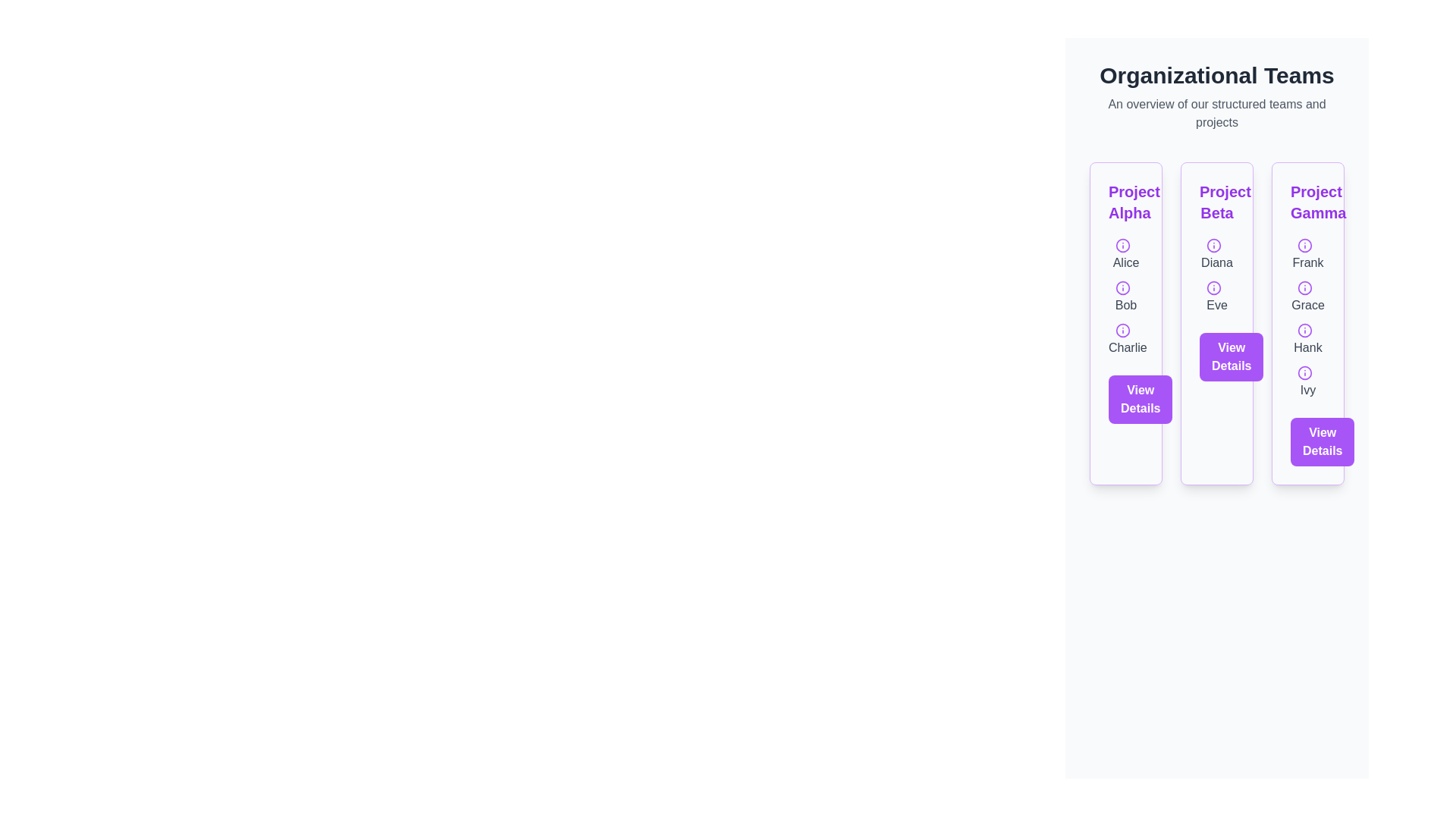 Image resolution: width=1456 pixels, height=819 pixels. Describe the element at coordinates (1214, 287) in the screenshot. I see `the informational icon located in the middle column labeled 'Project Beta', near the name 'Eve', which is the second circular icon from the top` at that location.